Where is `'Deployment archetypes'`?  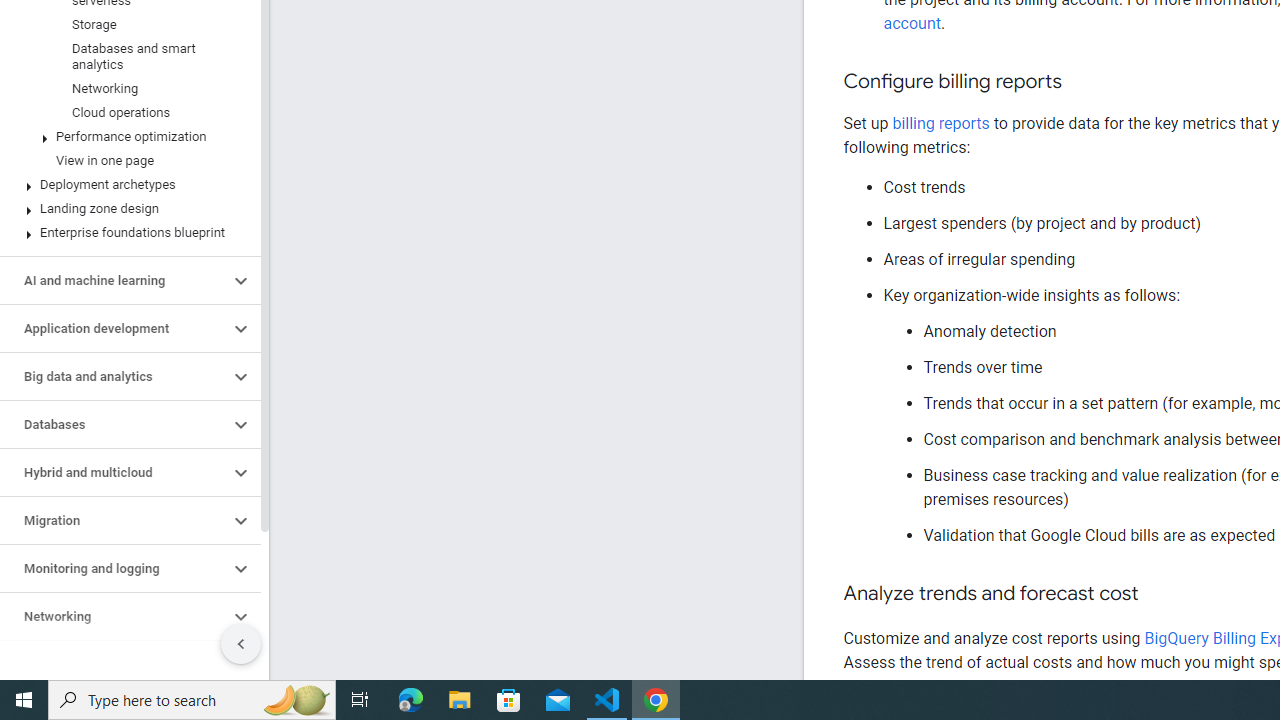
'Deployment archetypes' is located at coordinates (125, 185).